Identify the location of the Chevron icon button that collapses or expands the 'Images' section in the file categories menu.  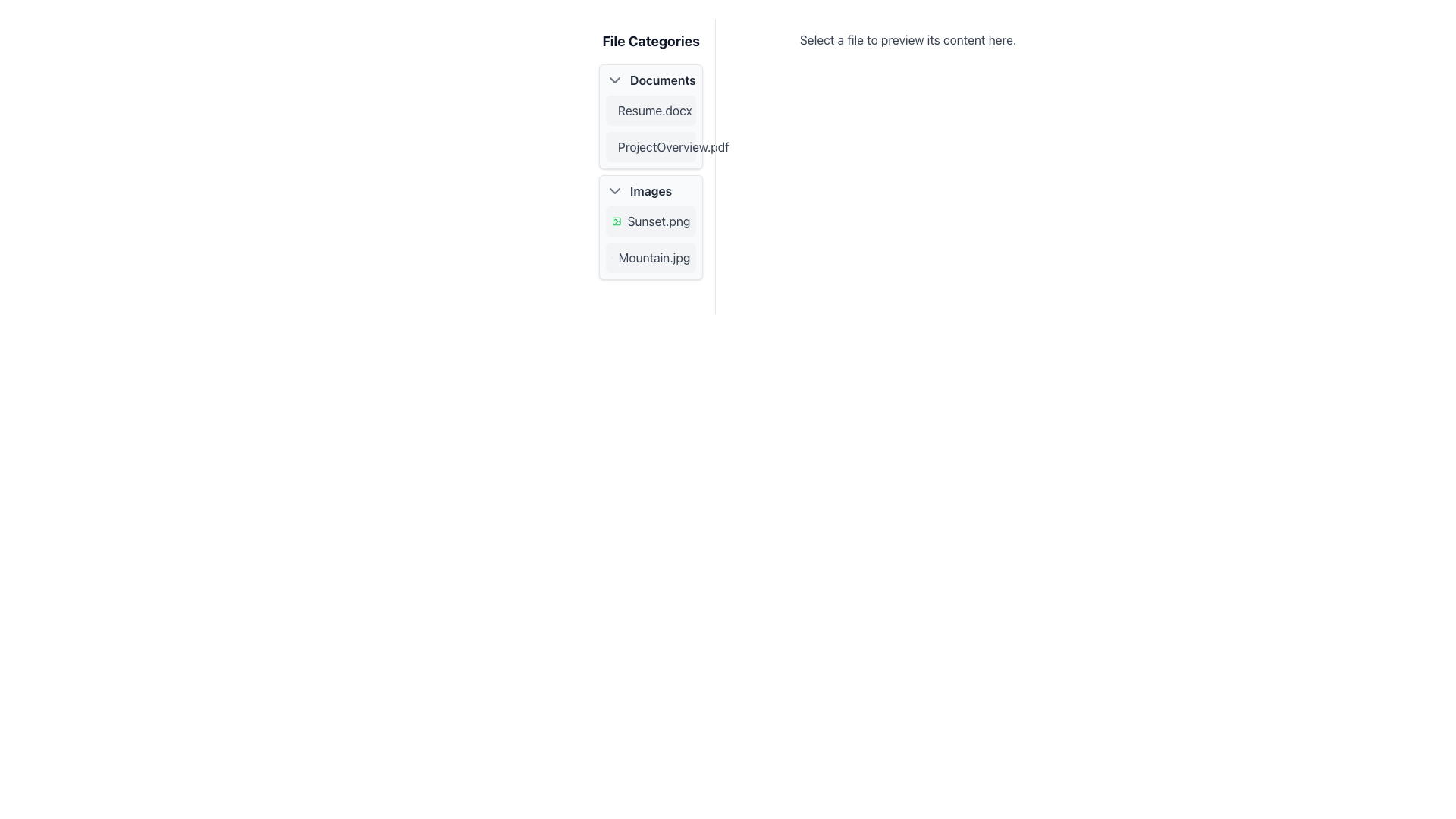
(615, 190).